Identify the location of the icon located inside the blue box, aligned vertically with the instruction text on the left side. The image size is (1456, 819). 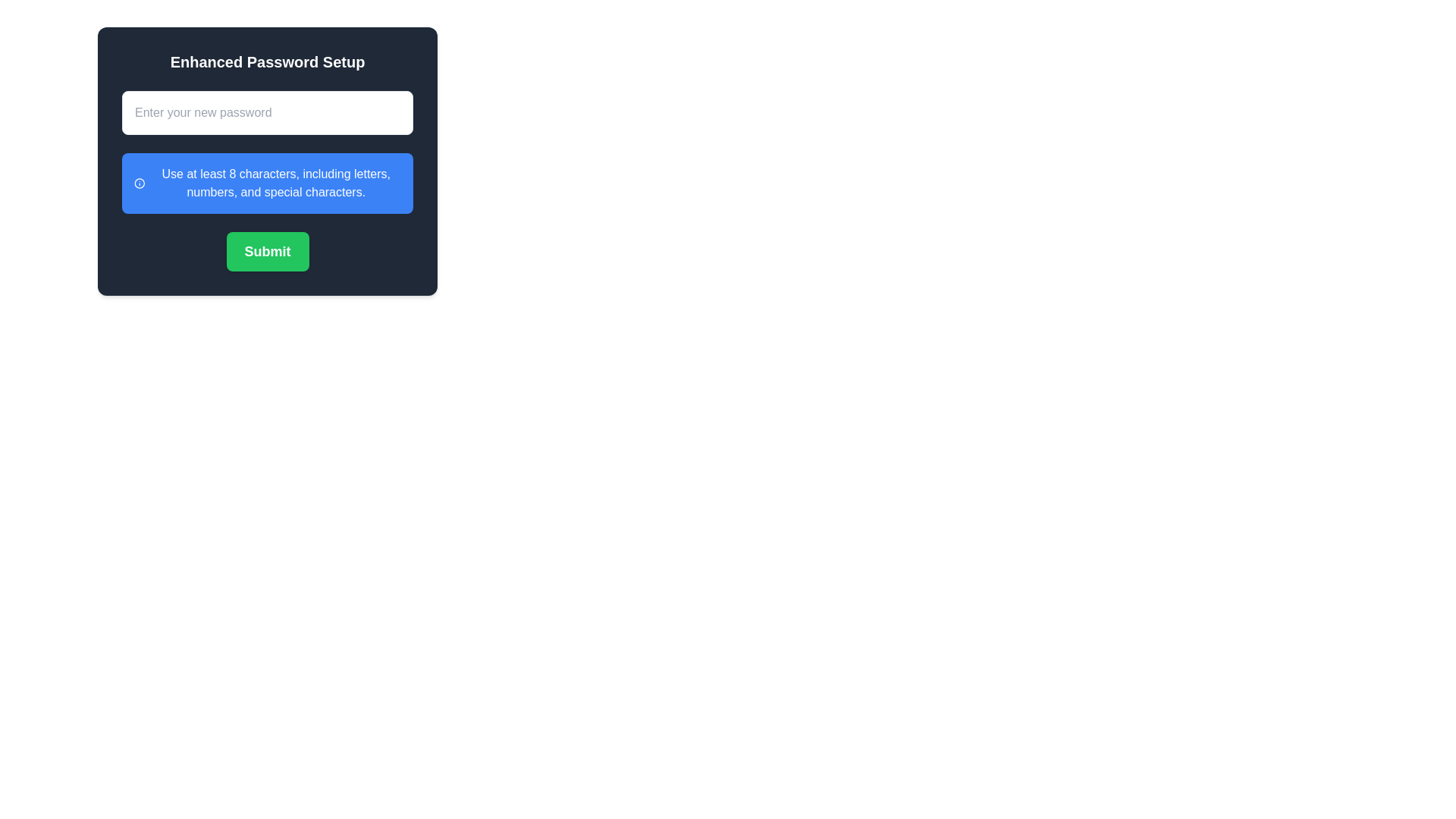
(140, 183).